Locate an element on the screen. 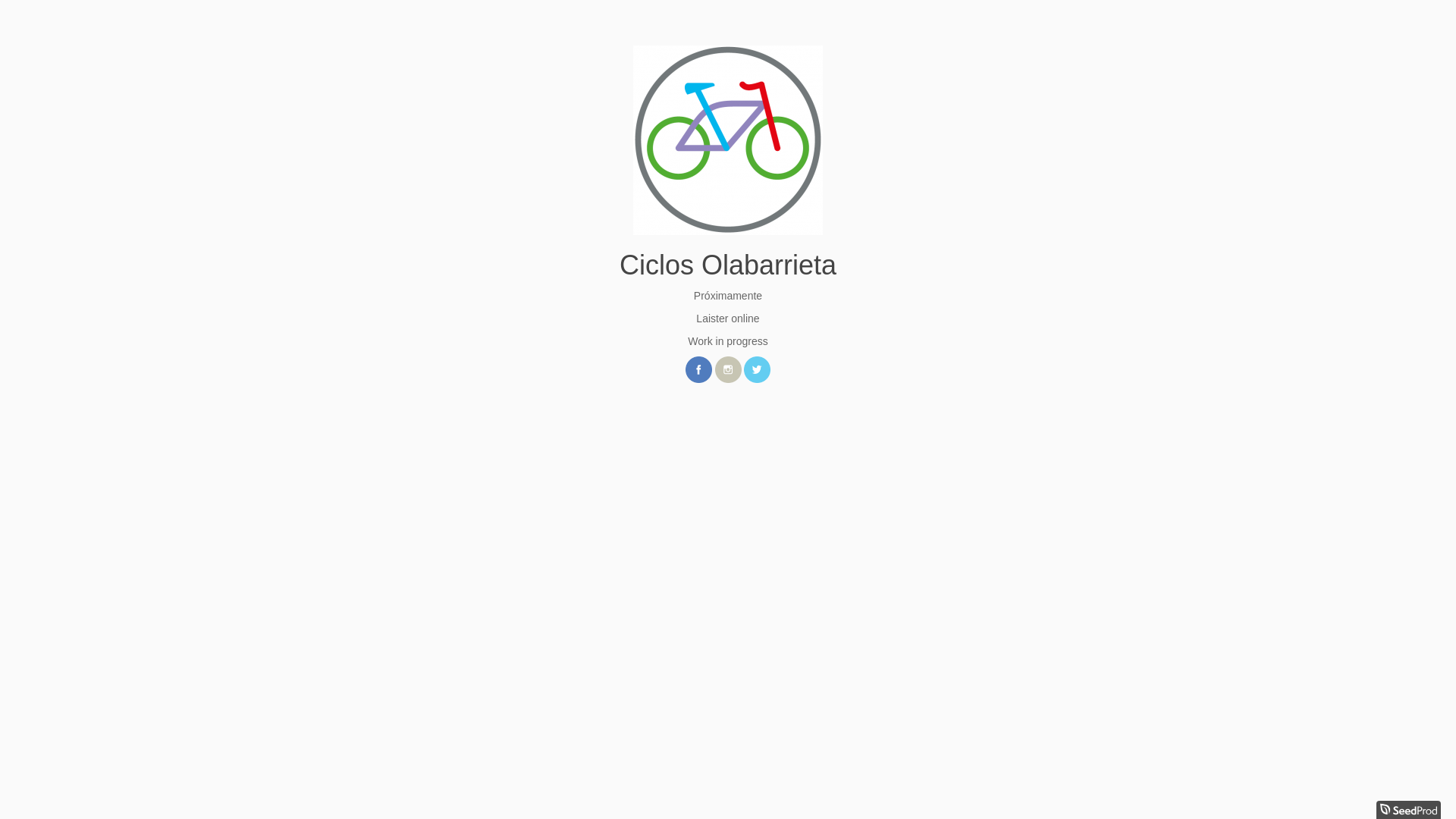 This screenshot has height=819, width=1456. 'Twitter' is located at coordinates (757, 369).